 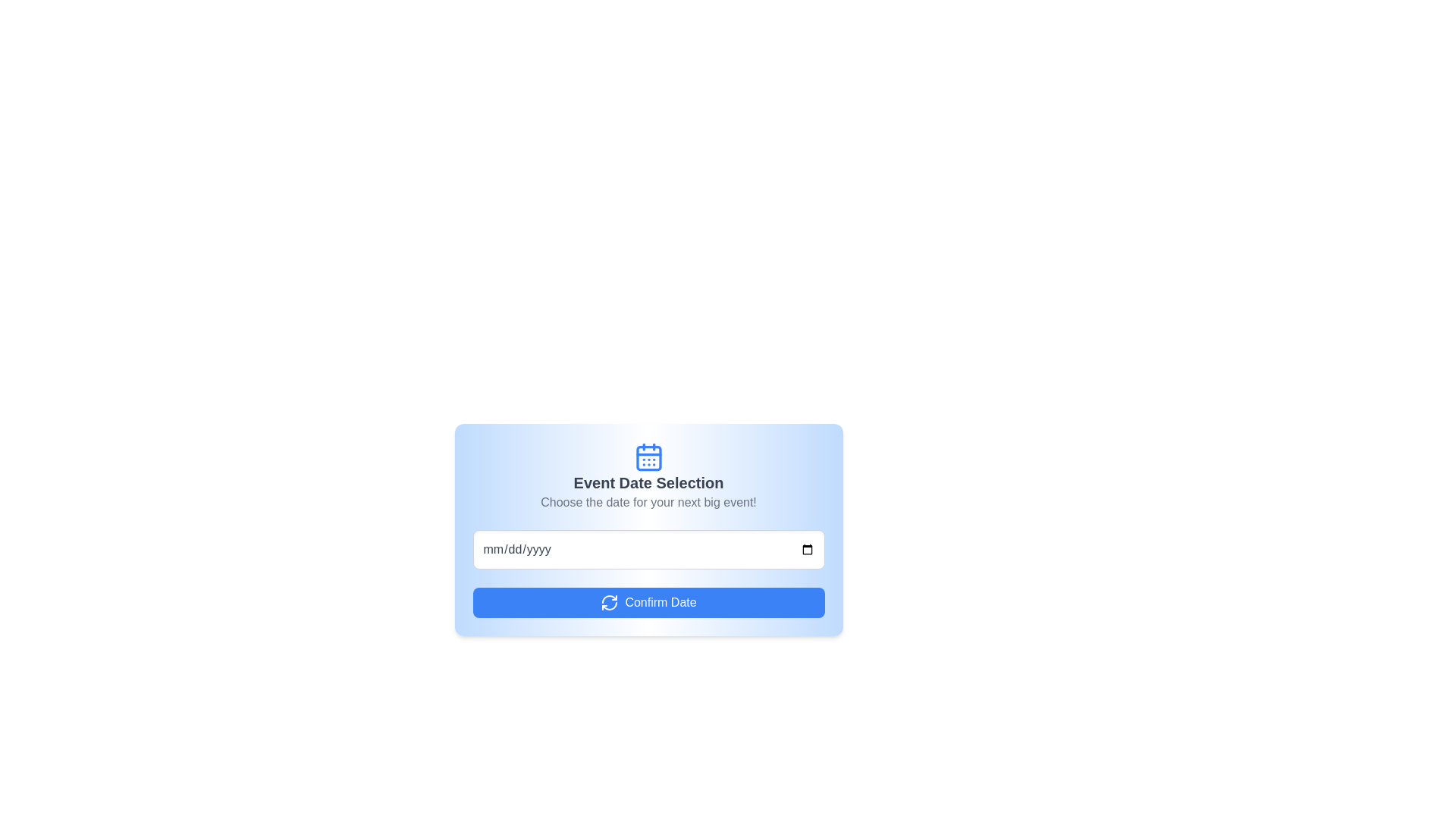 What do you see at coordinates (648, 482) in the screenshot?
I see `the title text heading that provides context for selecting a date, positioned below a calendar icon and above the descriptive text 'Choose the date for your next big event!'` at bounding box center [648, 482].